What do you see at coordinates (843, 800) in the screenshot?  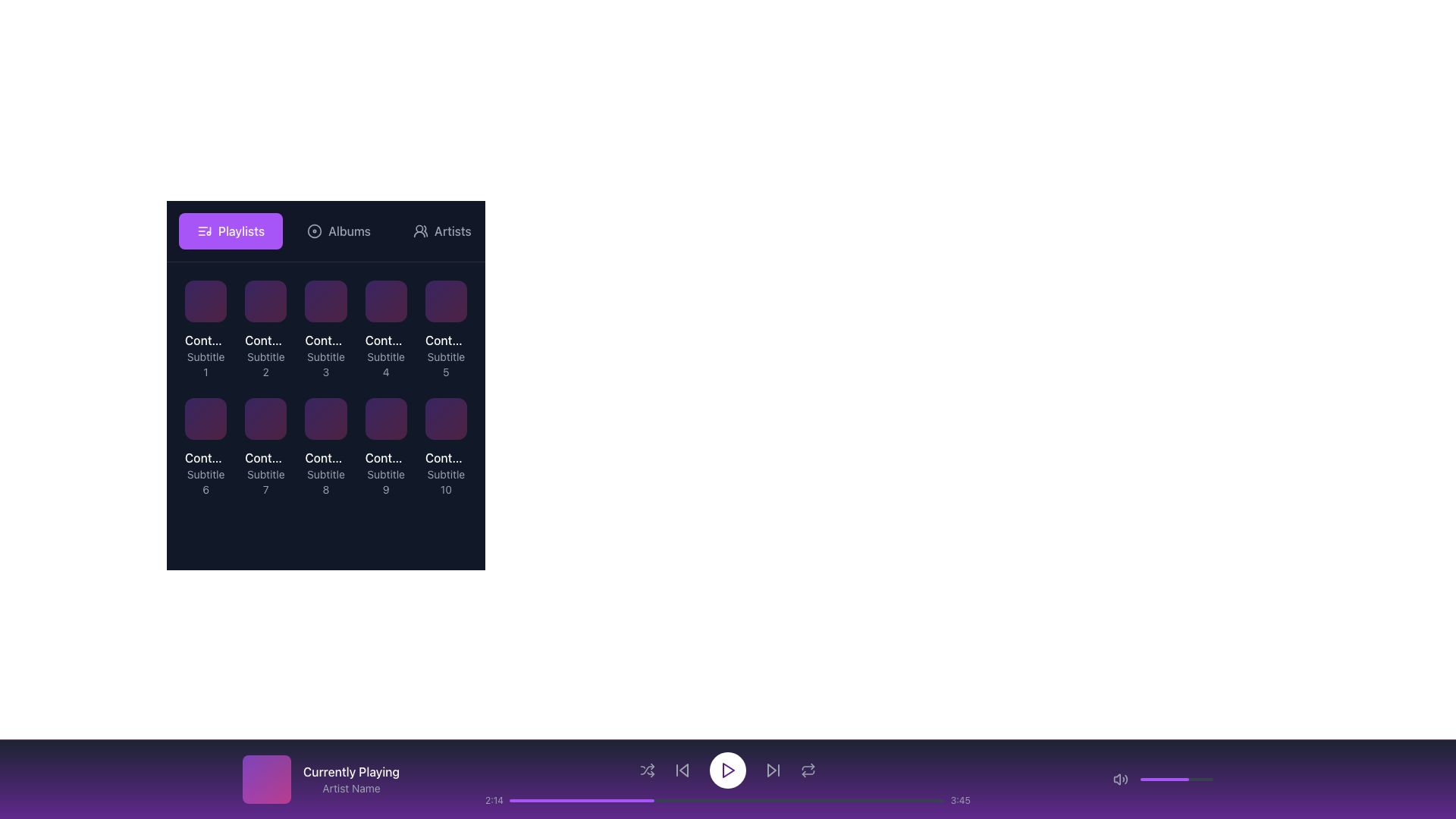 I see `the playback position` at bounding box center [843, 800].